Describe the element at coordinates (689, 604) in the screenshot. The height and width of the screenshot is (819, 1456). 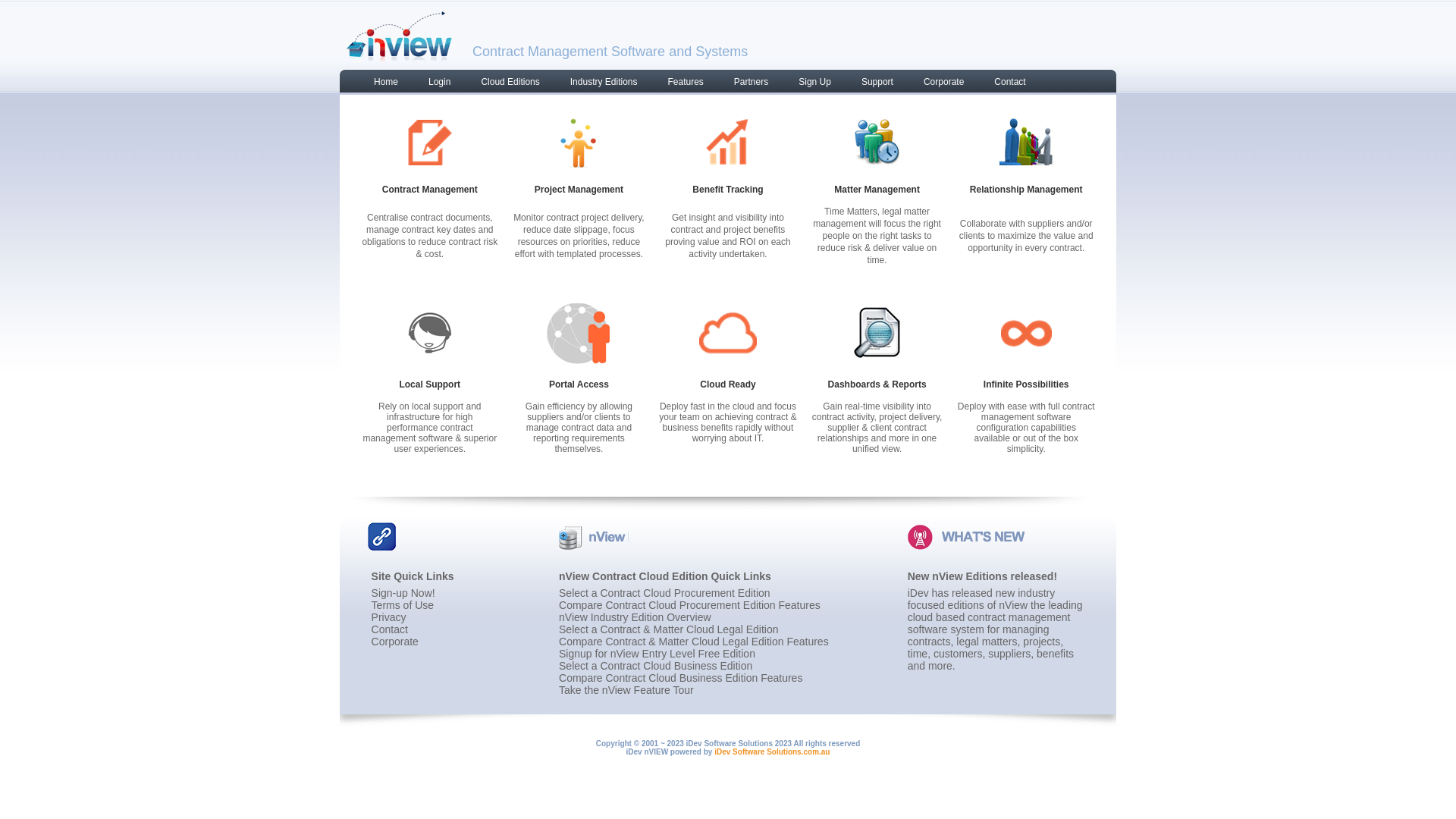
I see `'Compare Contract Cloud Procurement Edition Features'` at that location.